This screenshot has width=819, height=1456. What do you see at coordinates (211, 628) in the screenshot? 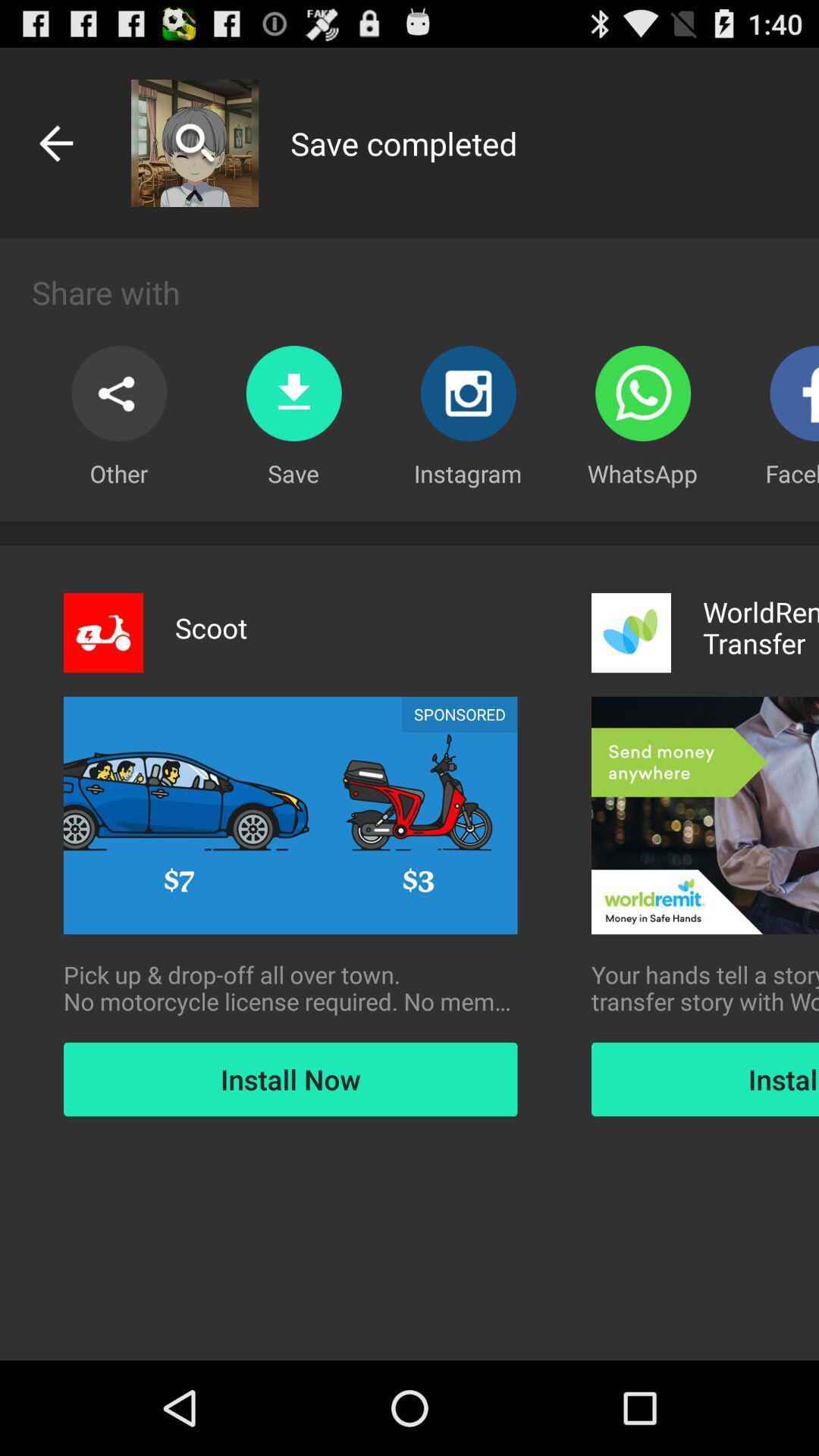
I see `scoot app` at bounding box center [211, 628].